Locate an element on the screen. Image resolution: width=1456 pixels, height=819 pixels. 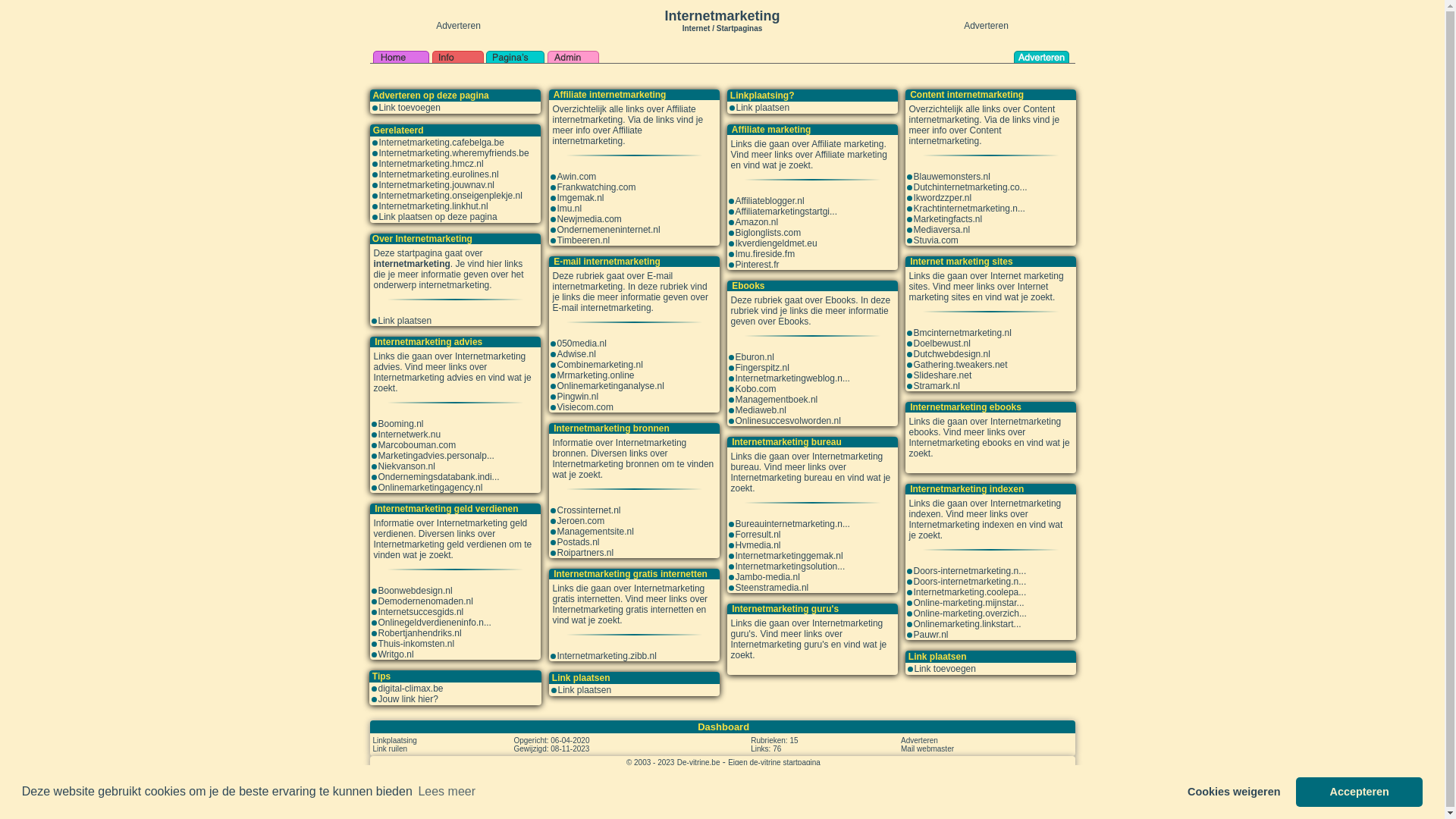
'Internetmarketing.linkhut.nl' is located at coordinates (432, 206).